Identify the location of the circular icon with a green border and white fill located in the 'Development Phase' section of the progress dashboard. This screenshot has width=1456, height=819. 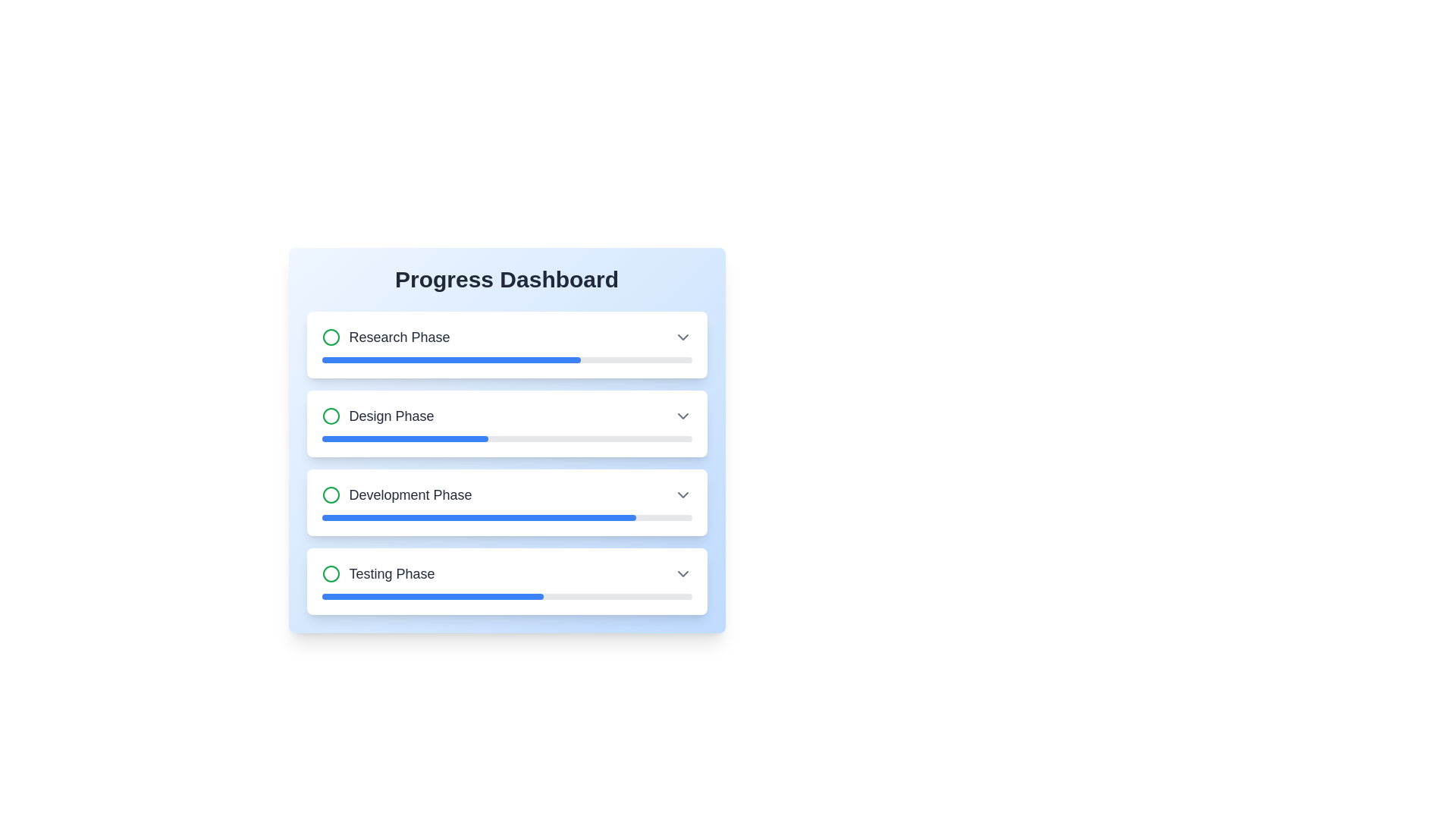
(330, 494).